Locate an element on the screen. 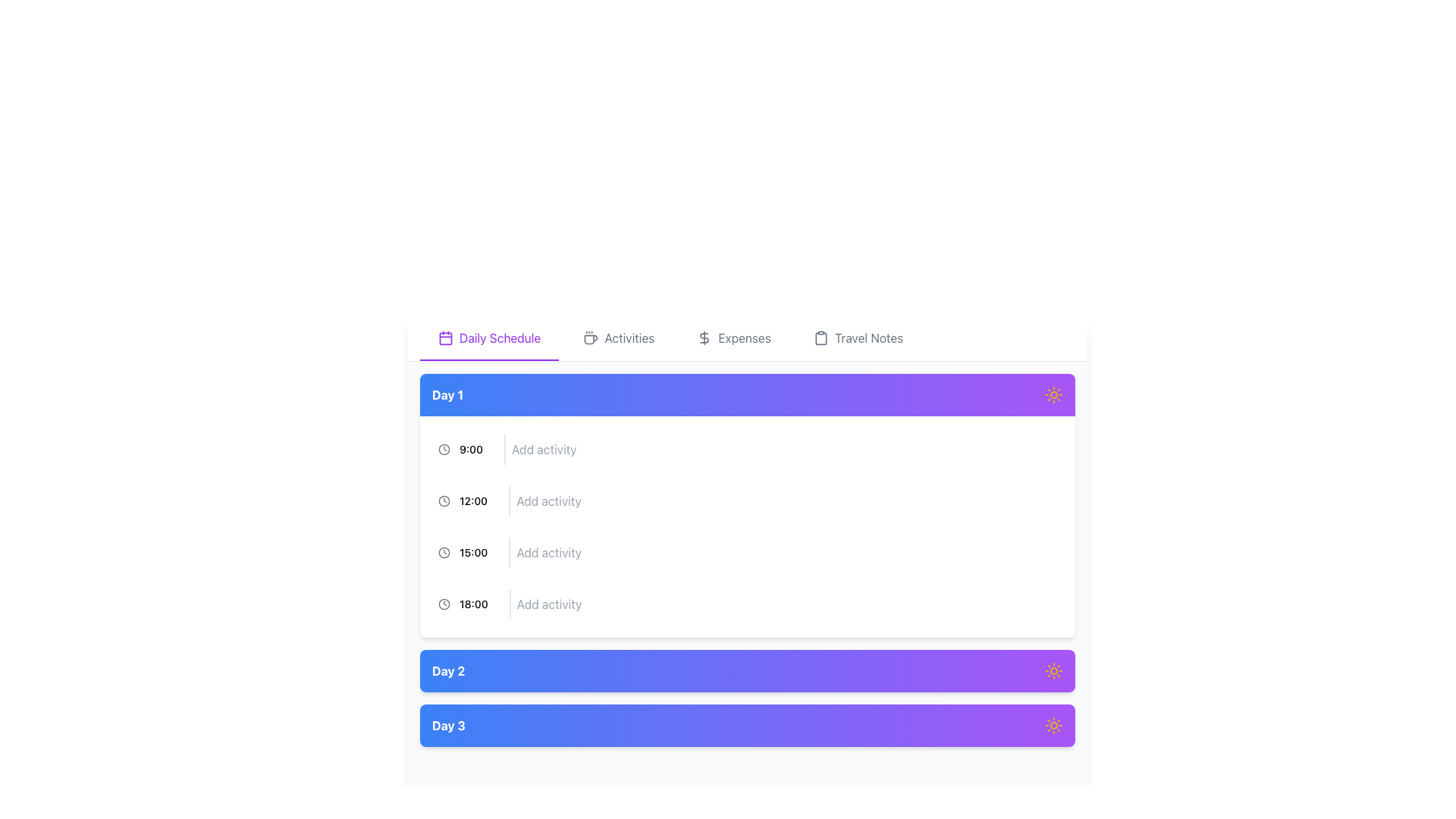 This screenshot has width=1456, height=819. the dollar sign icon located in the navigation bar to the left of the 'Expenses' text is located at coordinates (704, 337).